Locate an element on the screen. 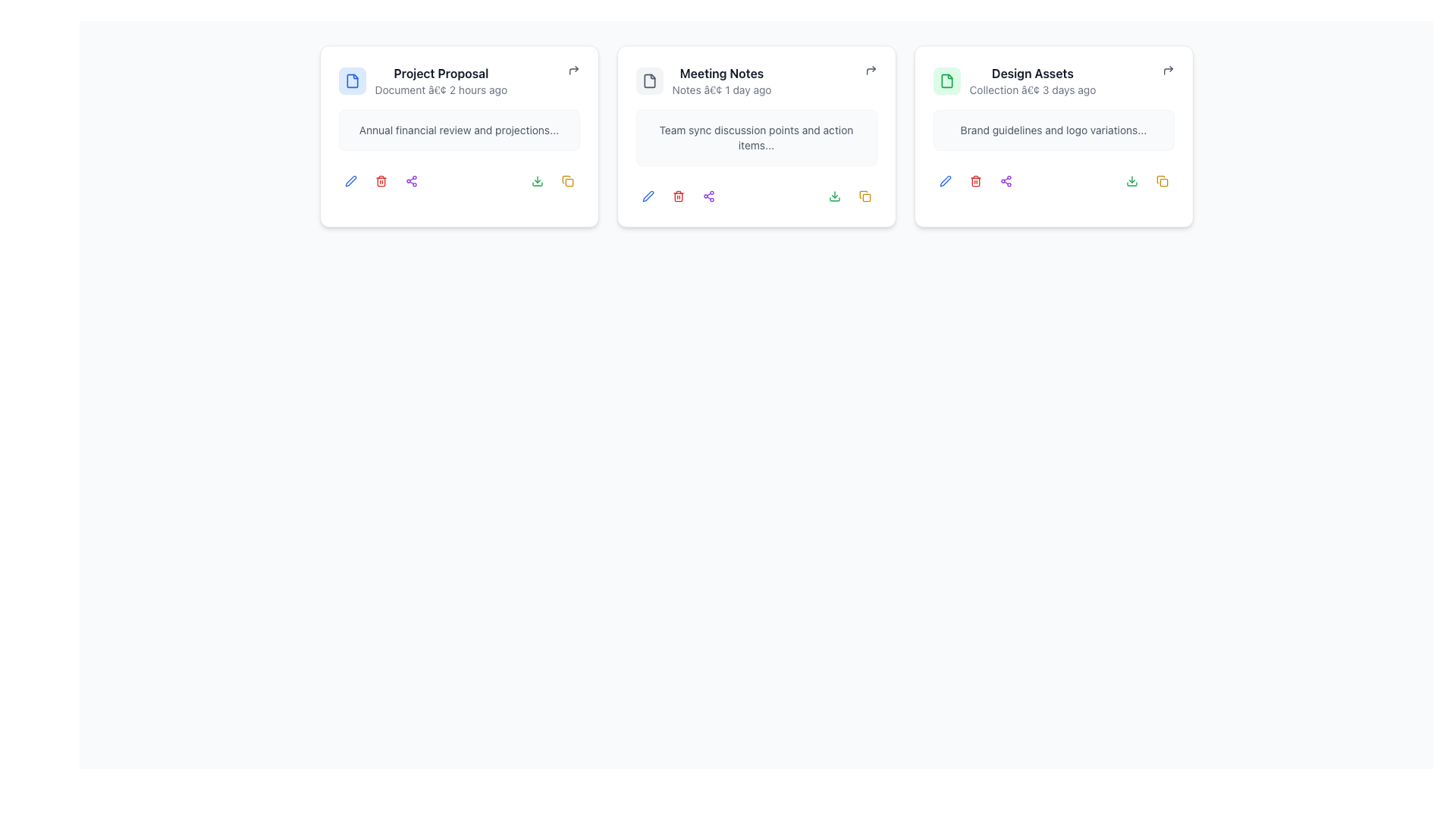 This screenshot has height=819, width=1456. the toggle button located in the top-right corner of the 'Meeting Notes' card to select it is located at coordinates (871, 70).